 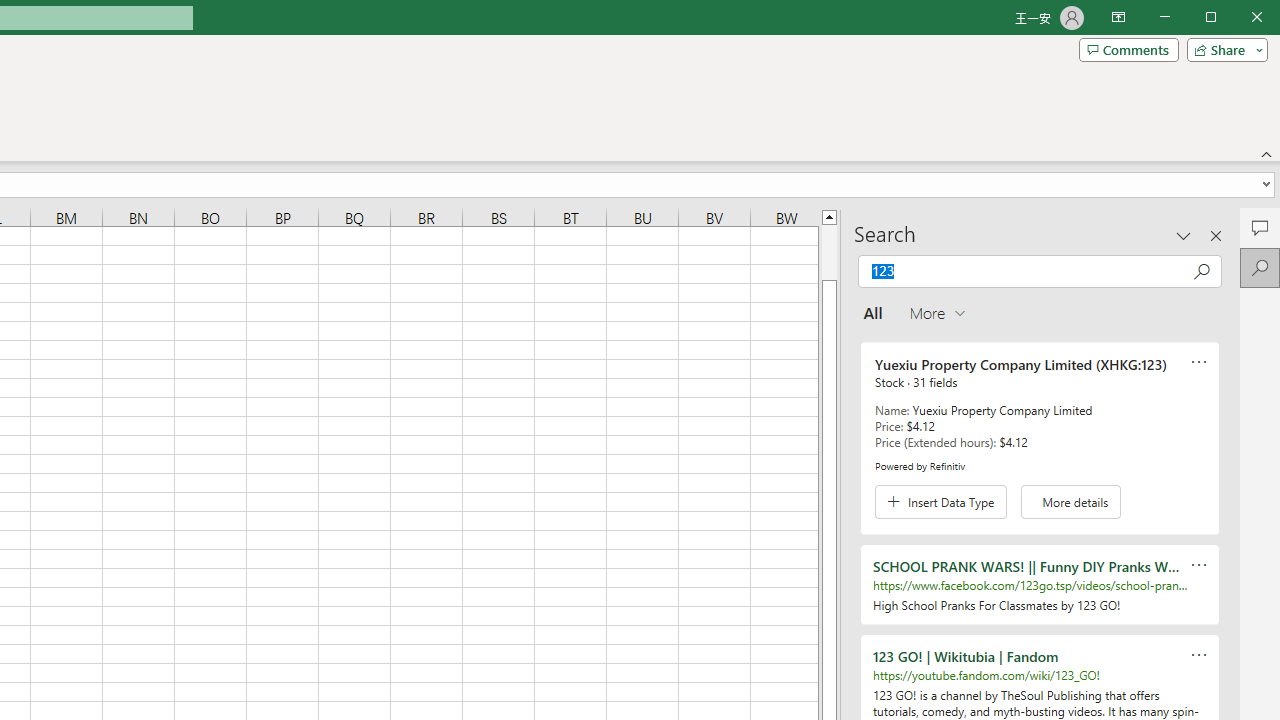 I want to click on 'Close pane', so click(x=1215, y=234).